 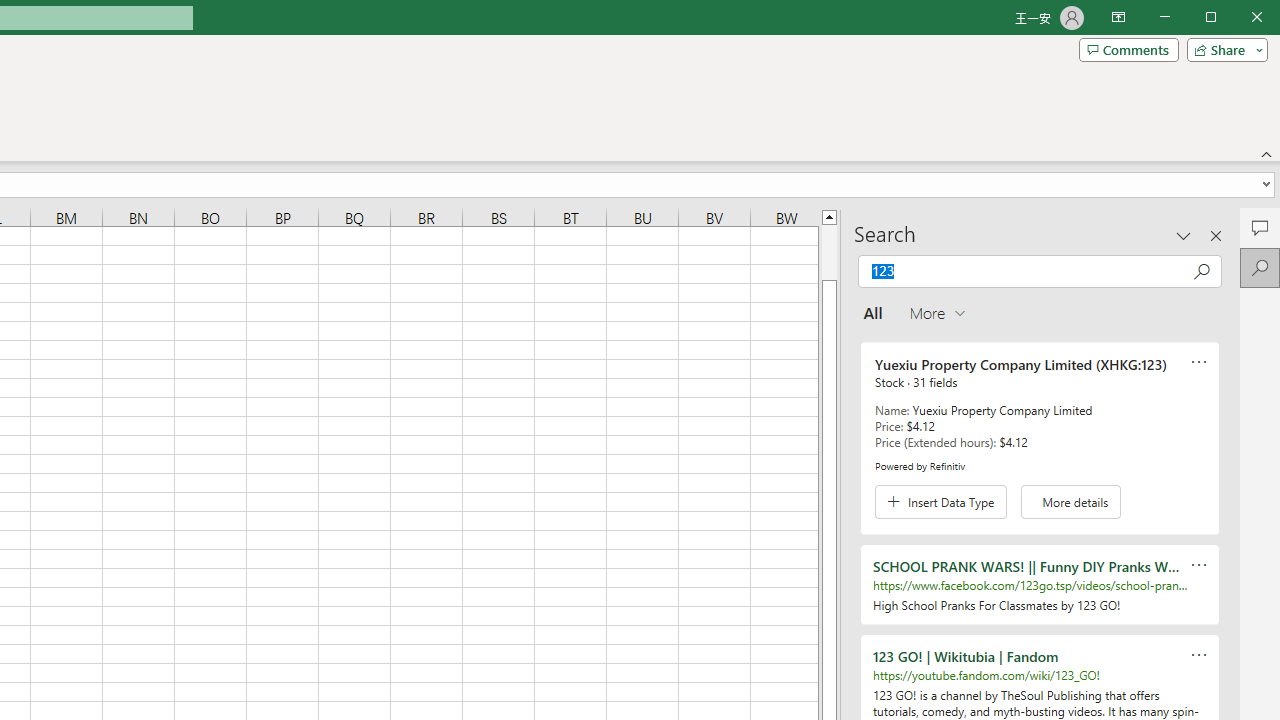 I want to click on 'Close pane', so click(x=1215, y=234).